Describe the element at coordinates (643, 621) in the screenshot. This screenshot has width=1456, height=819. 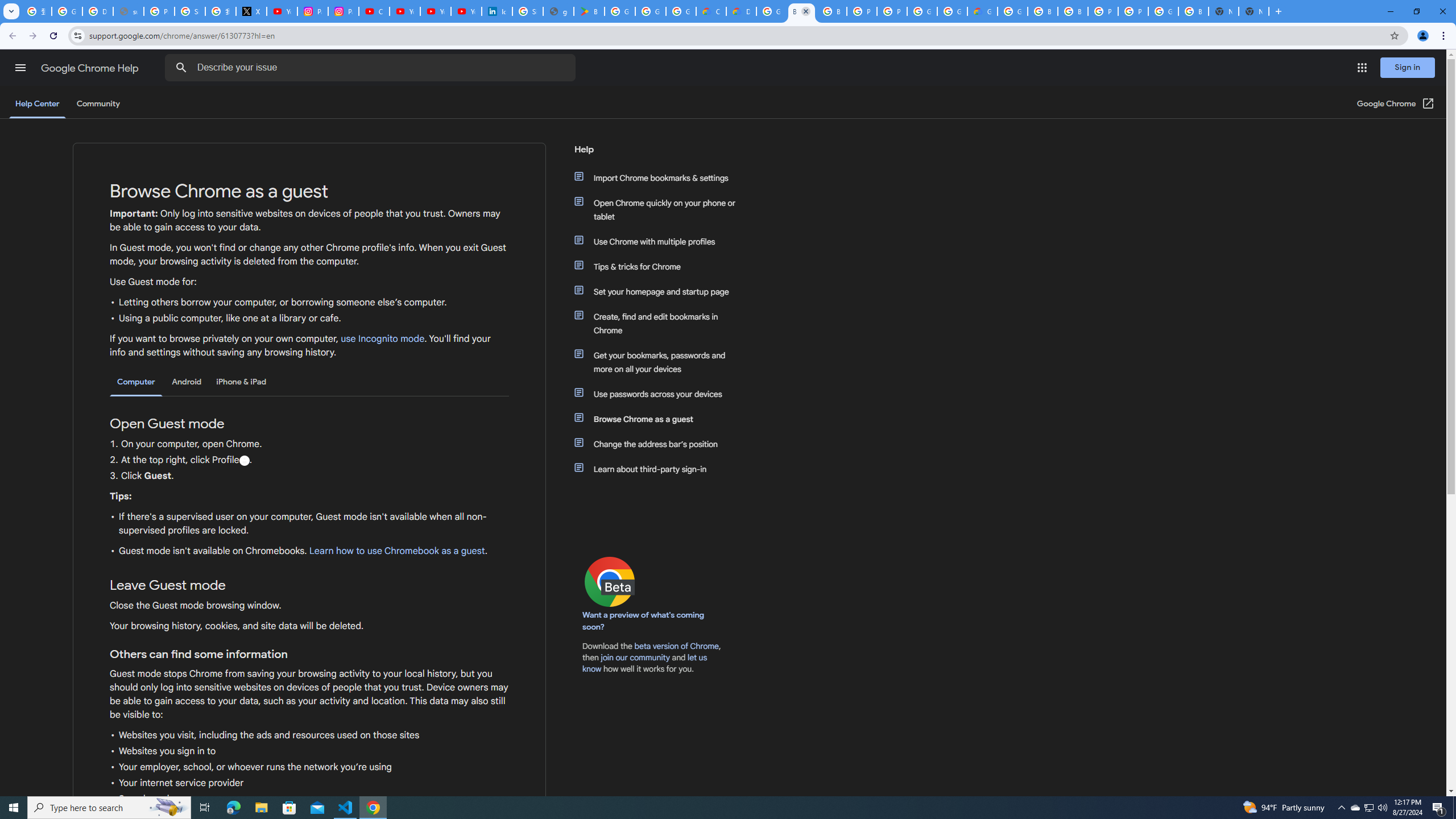
I see `'Want a preview of what'` at that location.